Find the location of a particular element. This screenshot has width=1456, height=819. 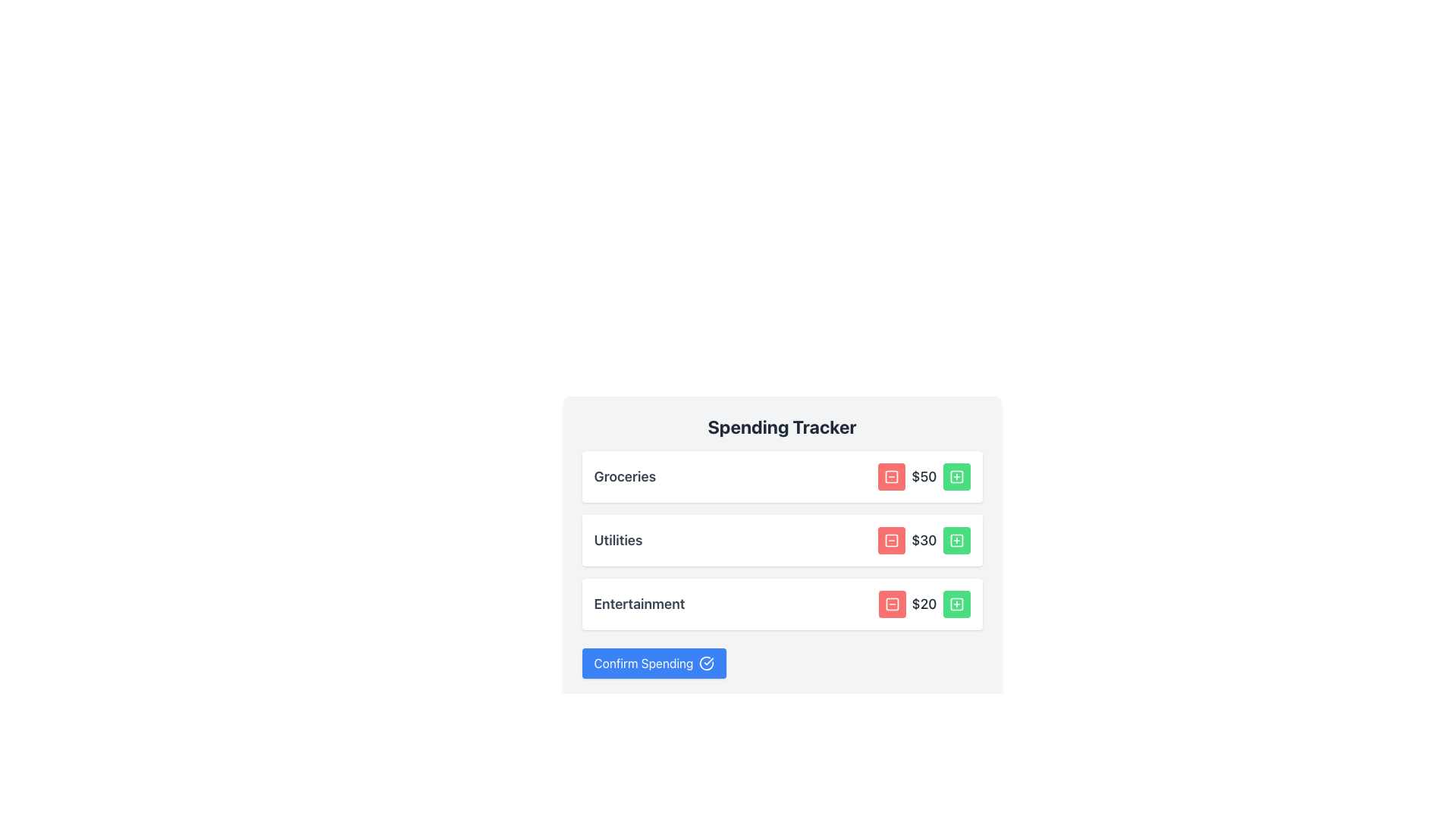

the small green button with a square outline and a centered plus symbol located on the right side of the first row in the 'Groceries' list under 'Spending Tracker' is located at coordinates (955, 475).